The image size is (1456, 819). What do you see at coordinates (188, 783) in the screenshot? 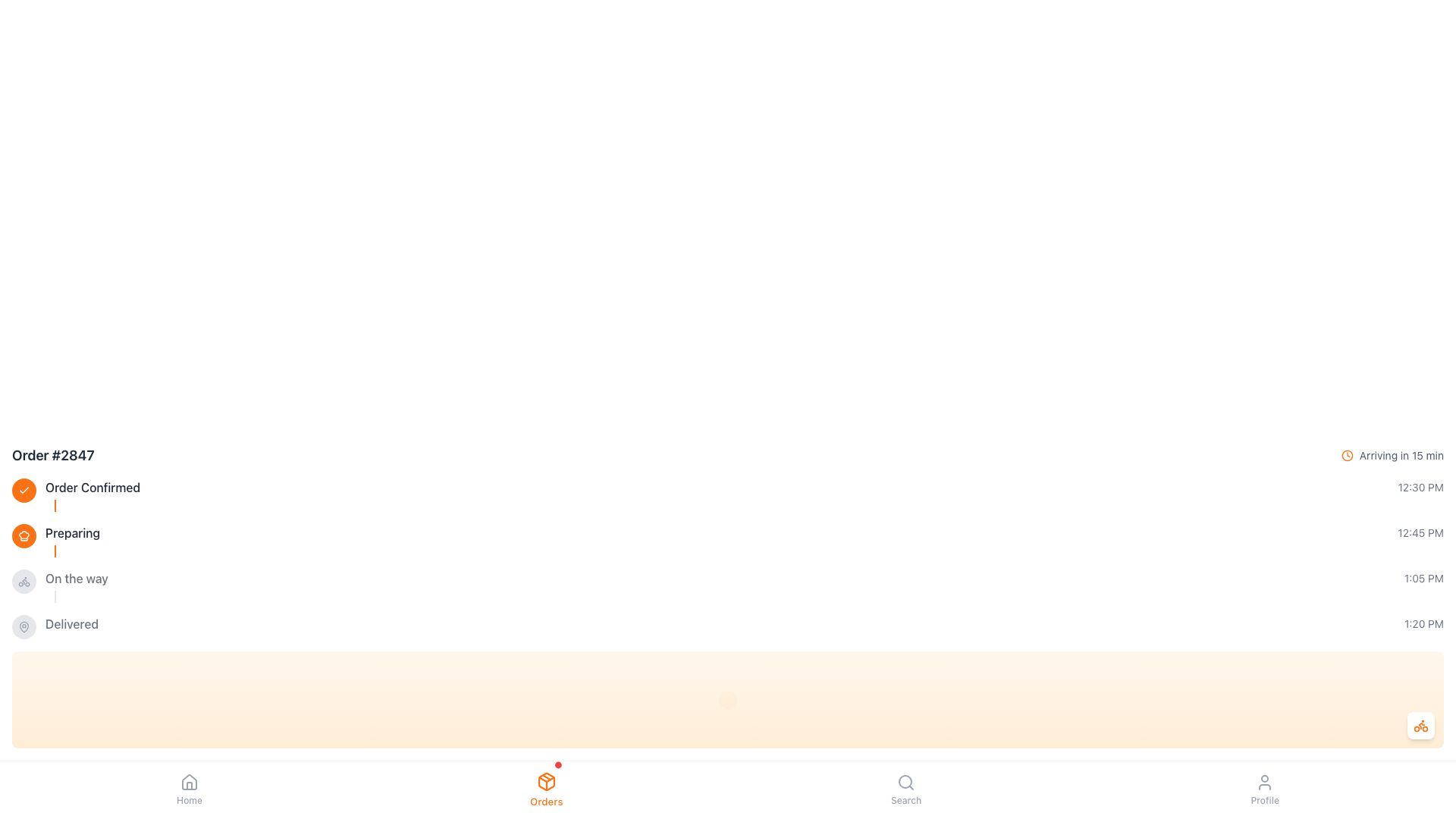
I see `the 'Home' navigation icon located in the bottom navigation bar` at bounding box center [188, 783].